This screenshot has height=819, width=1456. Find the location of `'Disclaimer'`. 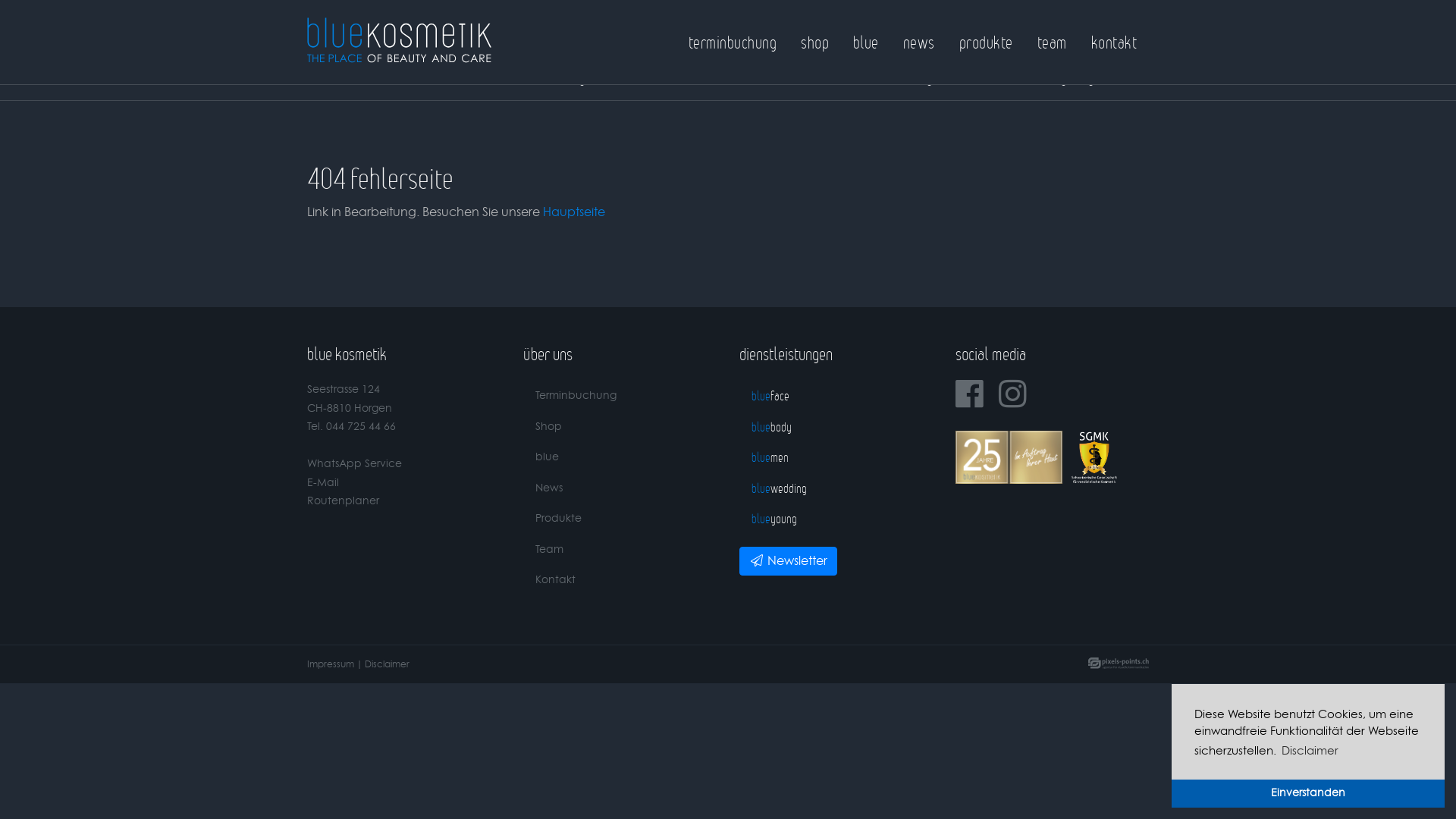

'Disclaimer' is located at coordinates (1278, 752).